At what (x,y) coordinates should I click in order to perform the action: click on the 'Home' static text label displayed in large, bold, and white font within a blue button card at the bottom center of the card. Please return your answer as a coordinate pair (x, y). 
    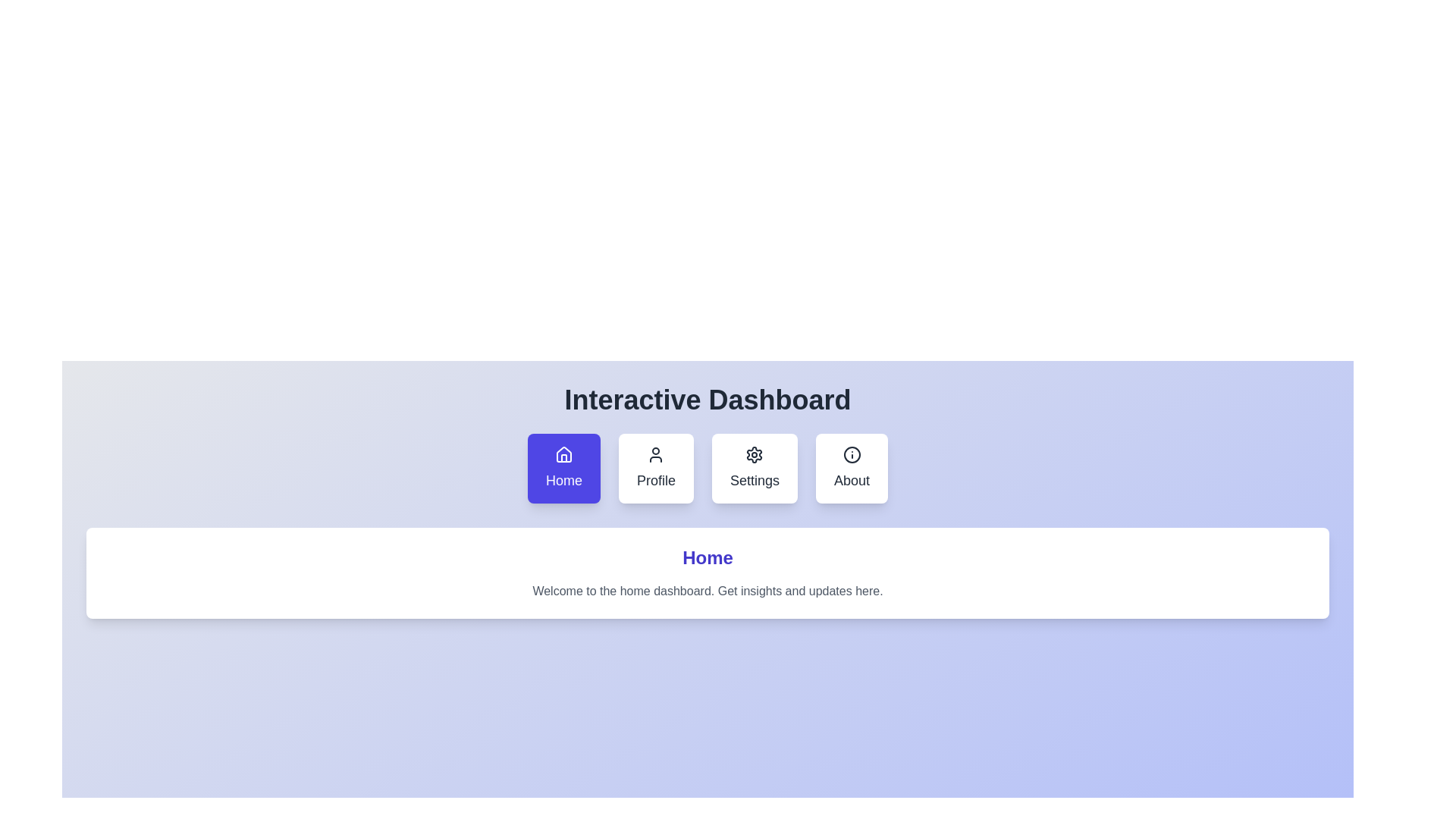
    Looking at the image, I should click on (563, 480).